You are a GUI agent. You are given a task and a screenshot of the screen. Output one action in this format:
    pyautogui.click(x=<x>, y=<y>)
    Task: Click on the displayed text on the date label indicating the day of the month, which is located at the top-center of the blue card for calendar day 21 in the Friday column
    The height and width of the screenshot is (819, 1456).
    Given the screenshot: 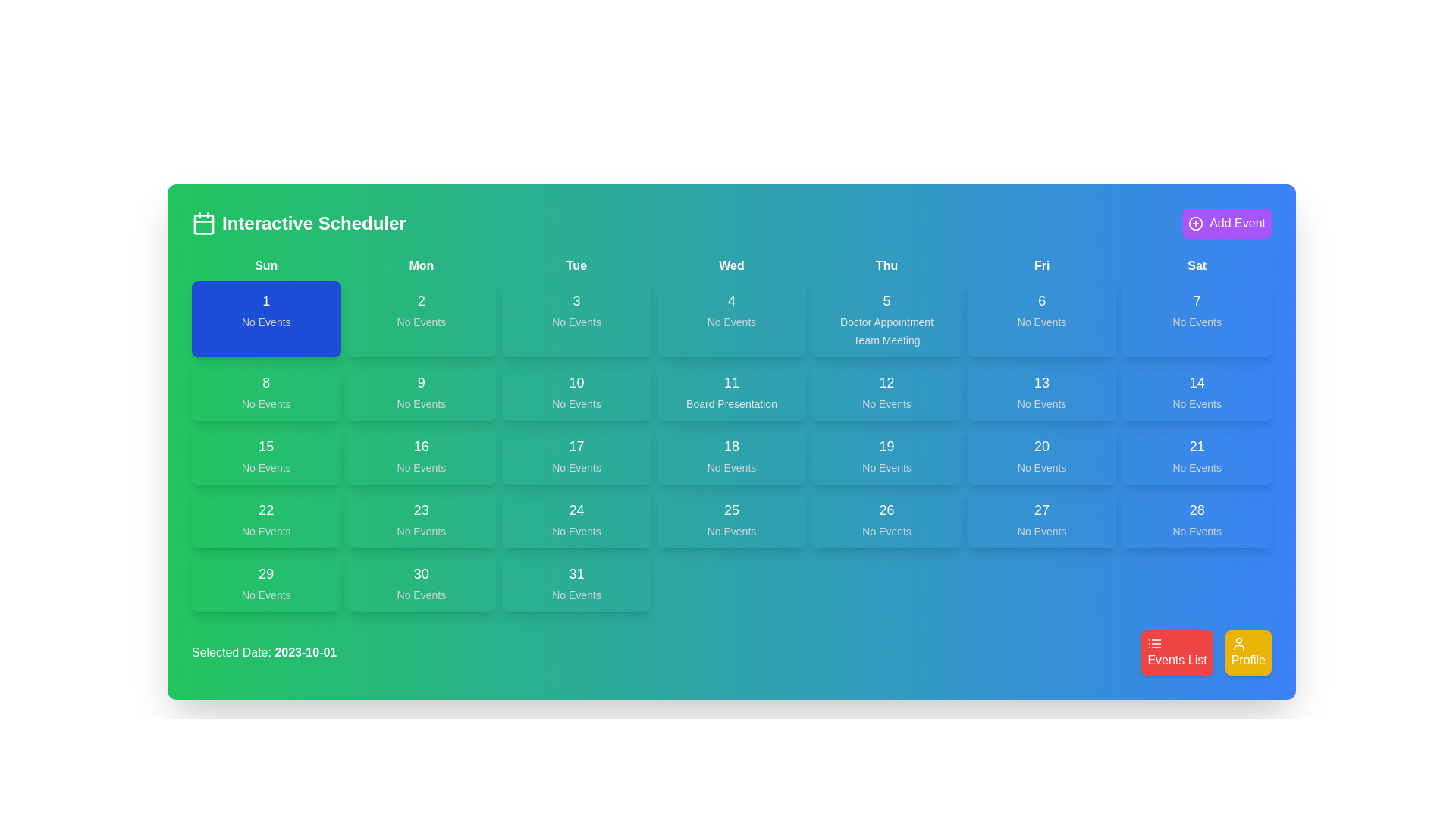 What is the action you would take?
    pyautogui.click(x=1196, y=446)
    